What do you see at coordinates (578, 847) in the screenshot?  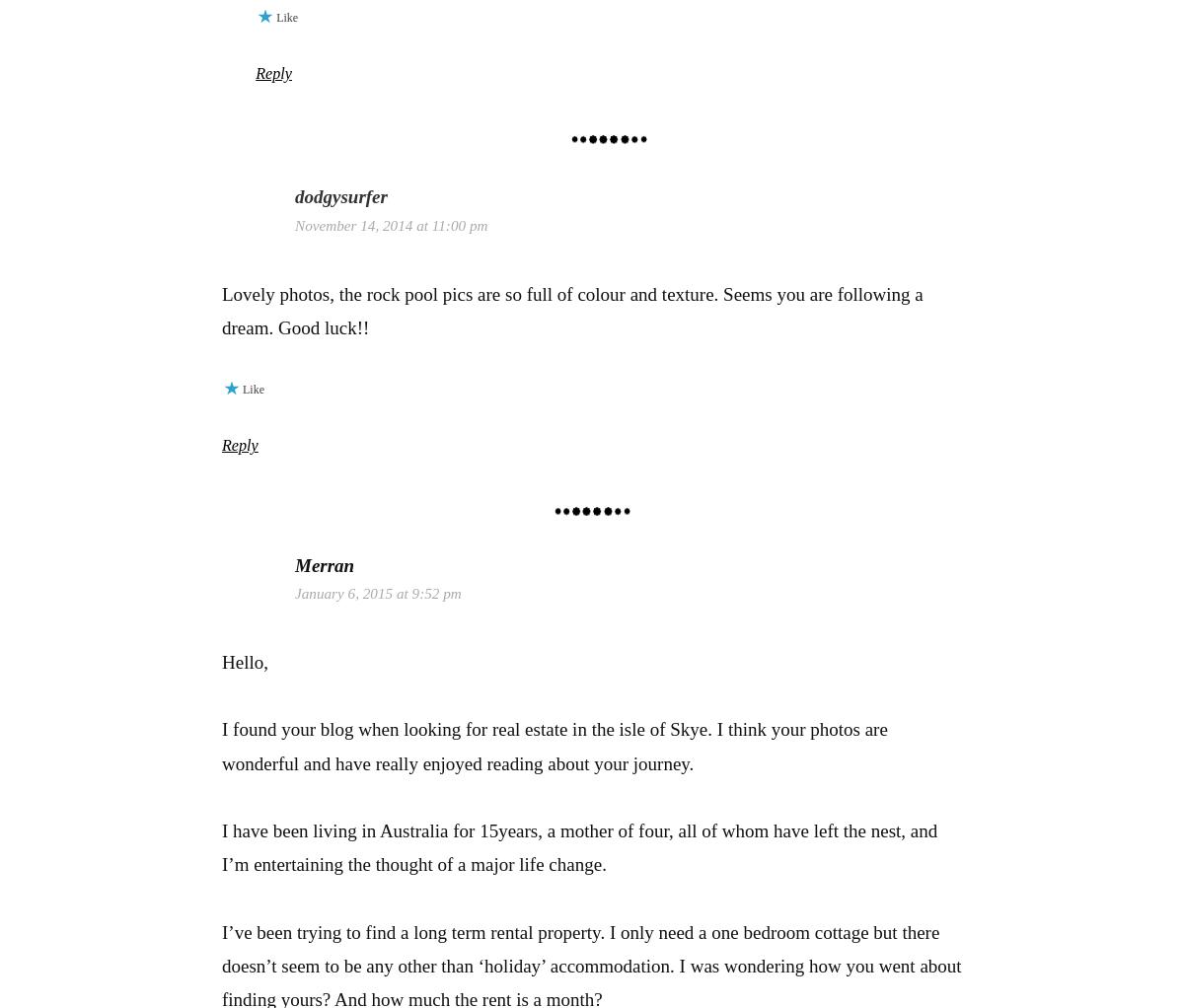 I see `'I have been living in Australia for 15years, a mother of four, all of whom have left the nest, and I’m entertaining the thought of a major life change.'` at bounding box center [578, 847].